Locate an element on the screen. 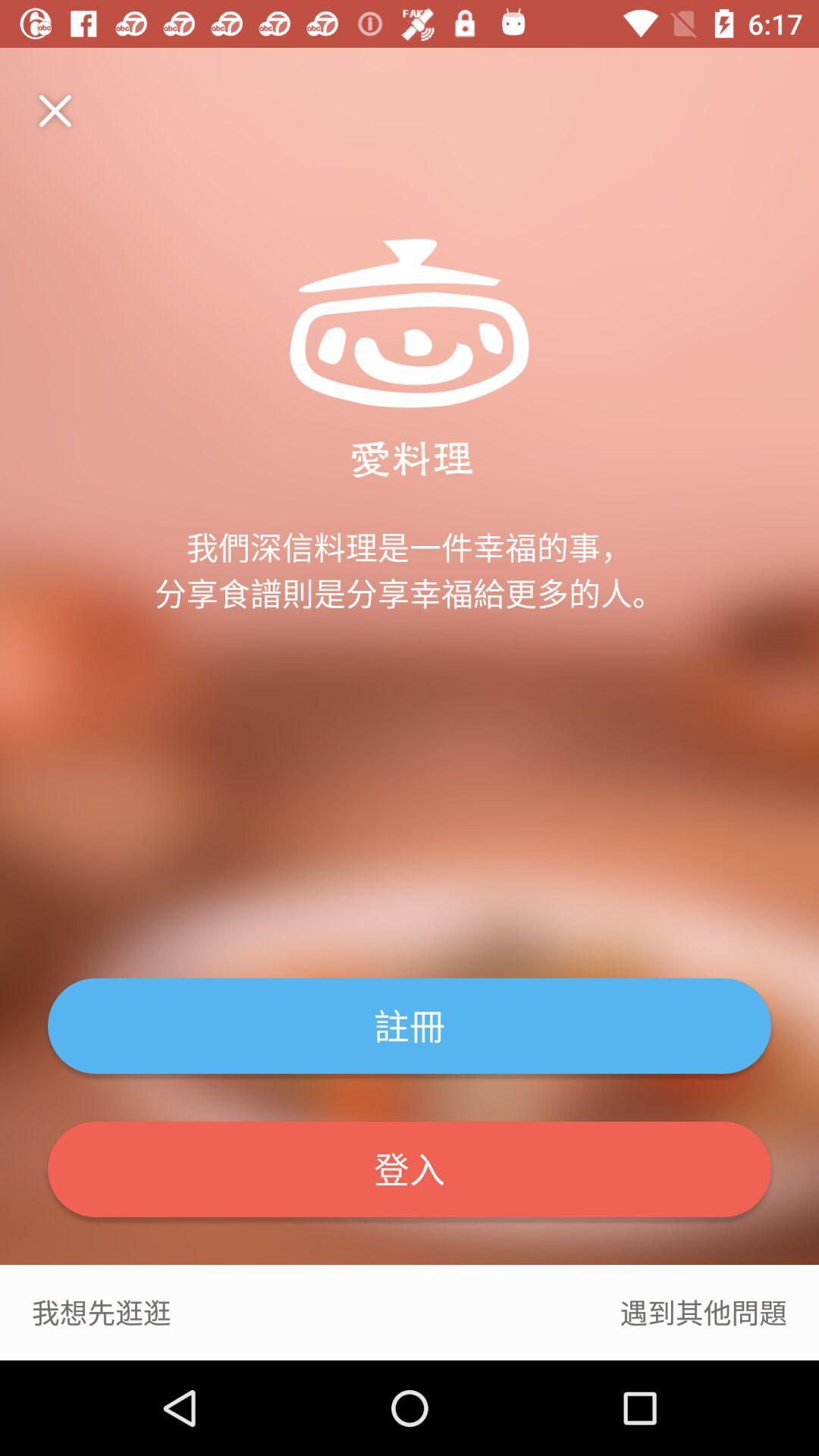 This screenshot has height=1456, width=819. item at the top left corner is located at coordinates (63, 111).